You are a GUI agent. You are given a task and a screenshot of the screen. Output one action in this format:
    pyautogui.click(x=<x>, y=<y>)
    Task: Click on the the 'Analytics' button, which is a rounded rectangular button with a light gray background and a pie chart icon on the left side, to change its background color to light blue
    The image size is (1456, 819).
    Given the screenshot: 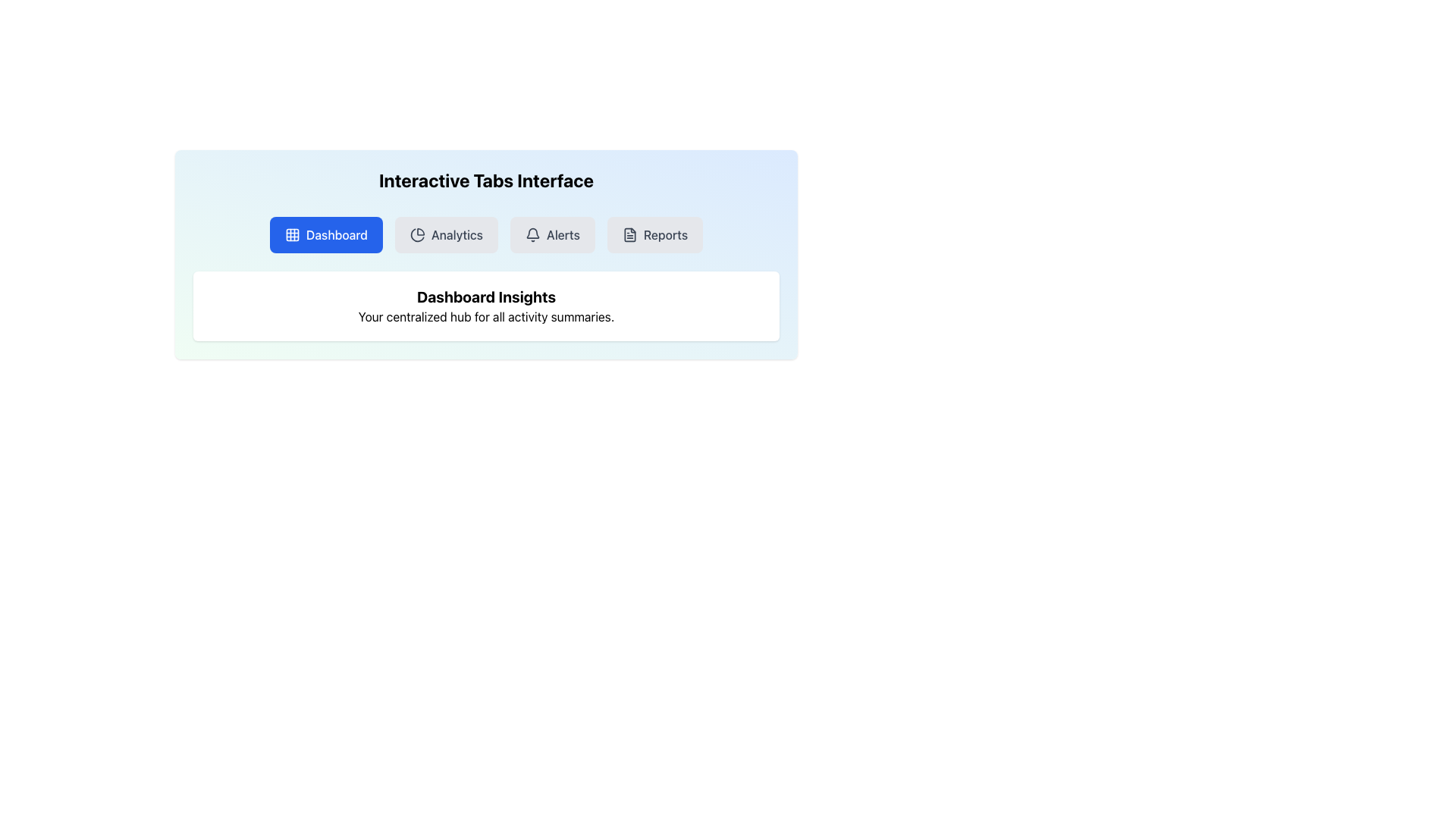 What is the action you would take?
    pyautogui.click(x=446, y=234)
    